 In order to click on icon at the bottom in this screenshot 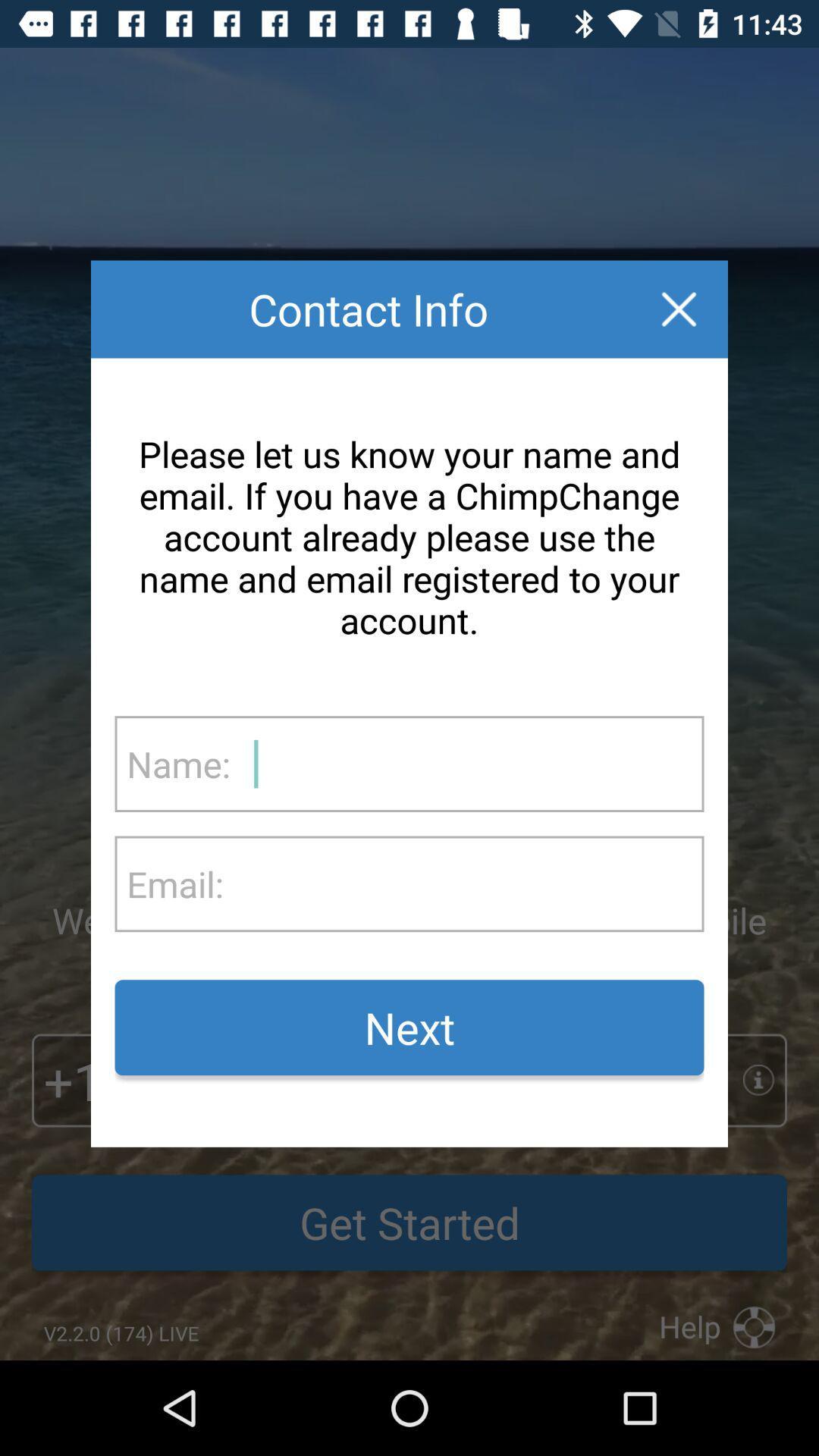, I will do `click(409, 1028)`.